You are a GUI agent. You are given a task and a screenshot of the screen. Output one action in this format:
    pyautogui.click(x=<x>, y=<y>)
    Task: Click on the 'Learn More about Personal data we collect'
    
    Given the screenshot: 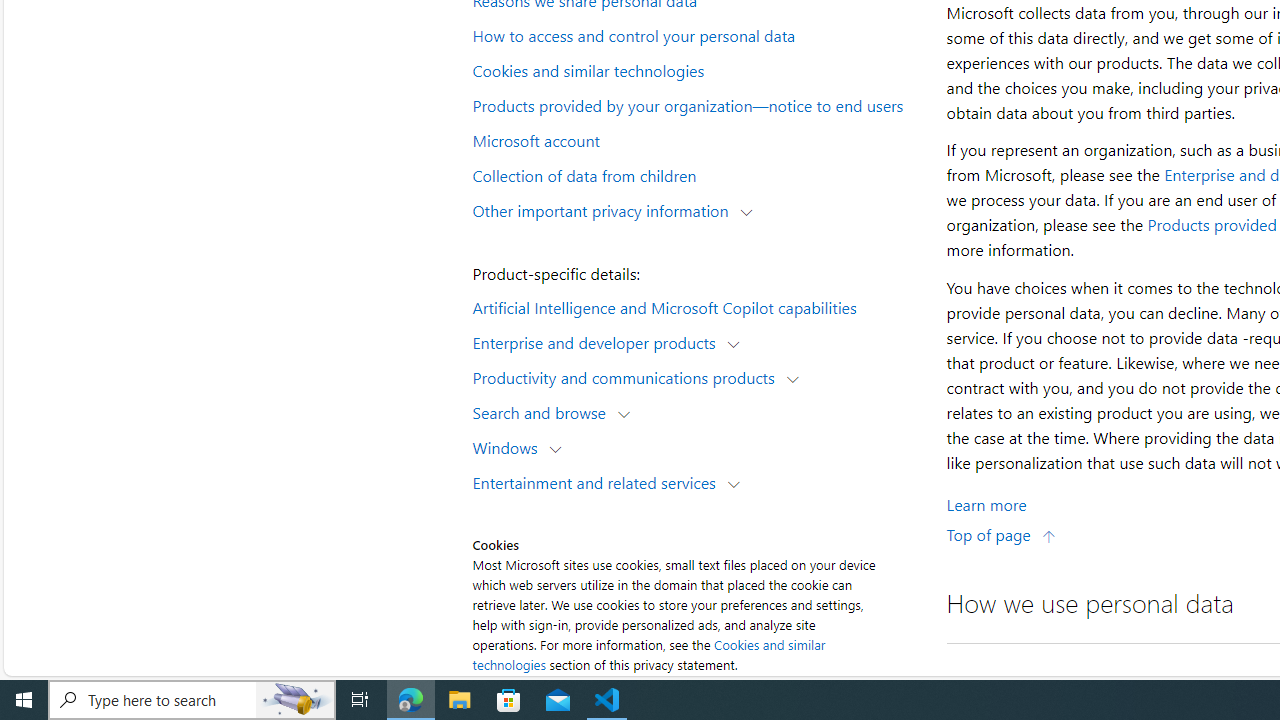 What is the action you would take?
    pyautogui.click(x=986, y=503)
    